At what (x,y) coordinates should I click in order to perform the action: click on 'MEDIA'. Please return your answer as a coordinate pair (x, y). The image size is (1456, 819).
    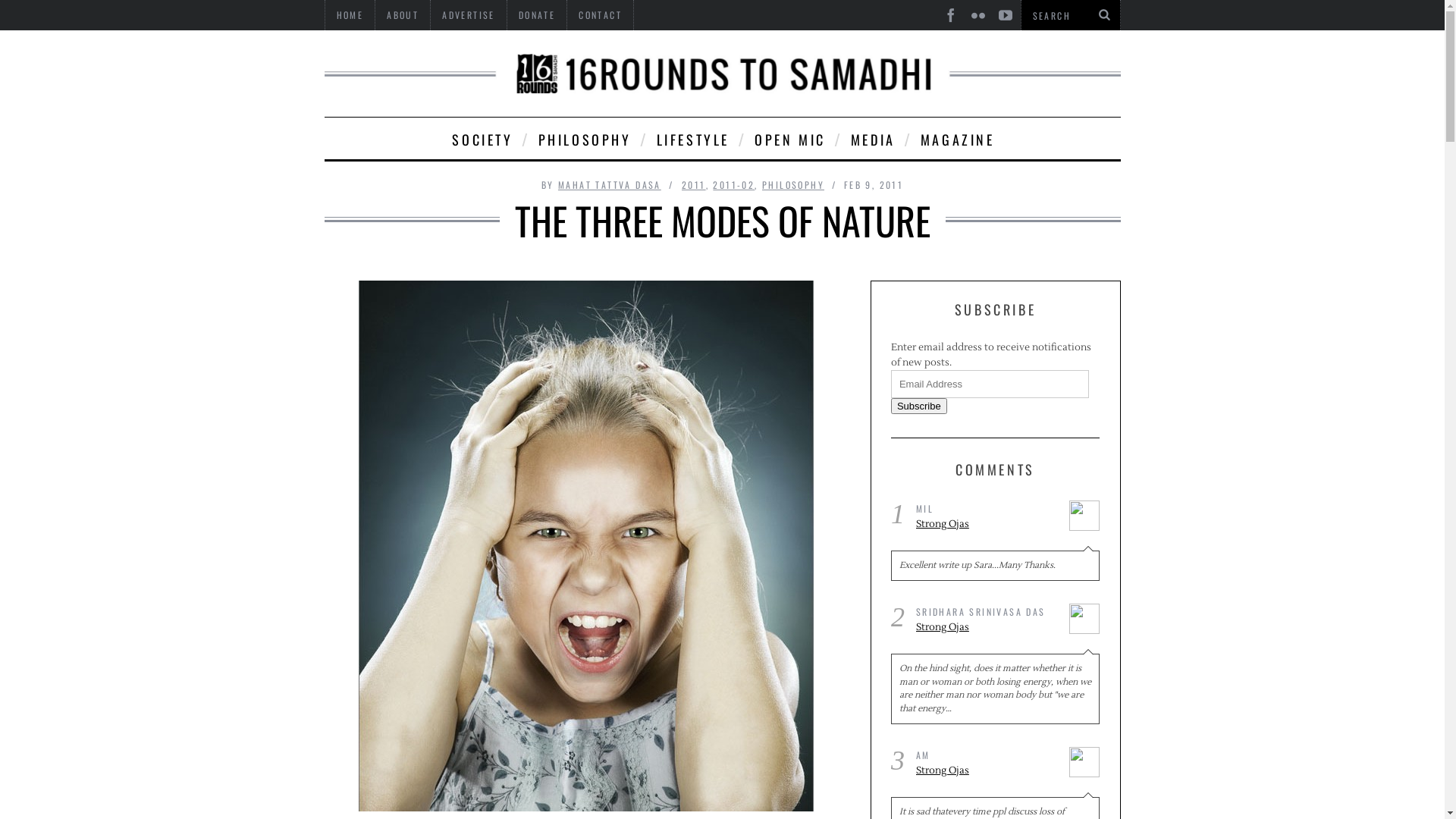
    Looking at the image, I should click on (872, 138).